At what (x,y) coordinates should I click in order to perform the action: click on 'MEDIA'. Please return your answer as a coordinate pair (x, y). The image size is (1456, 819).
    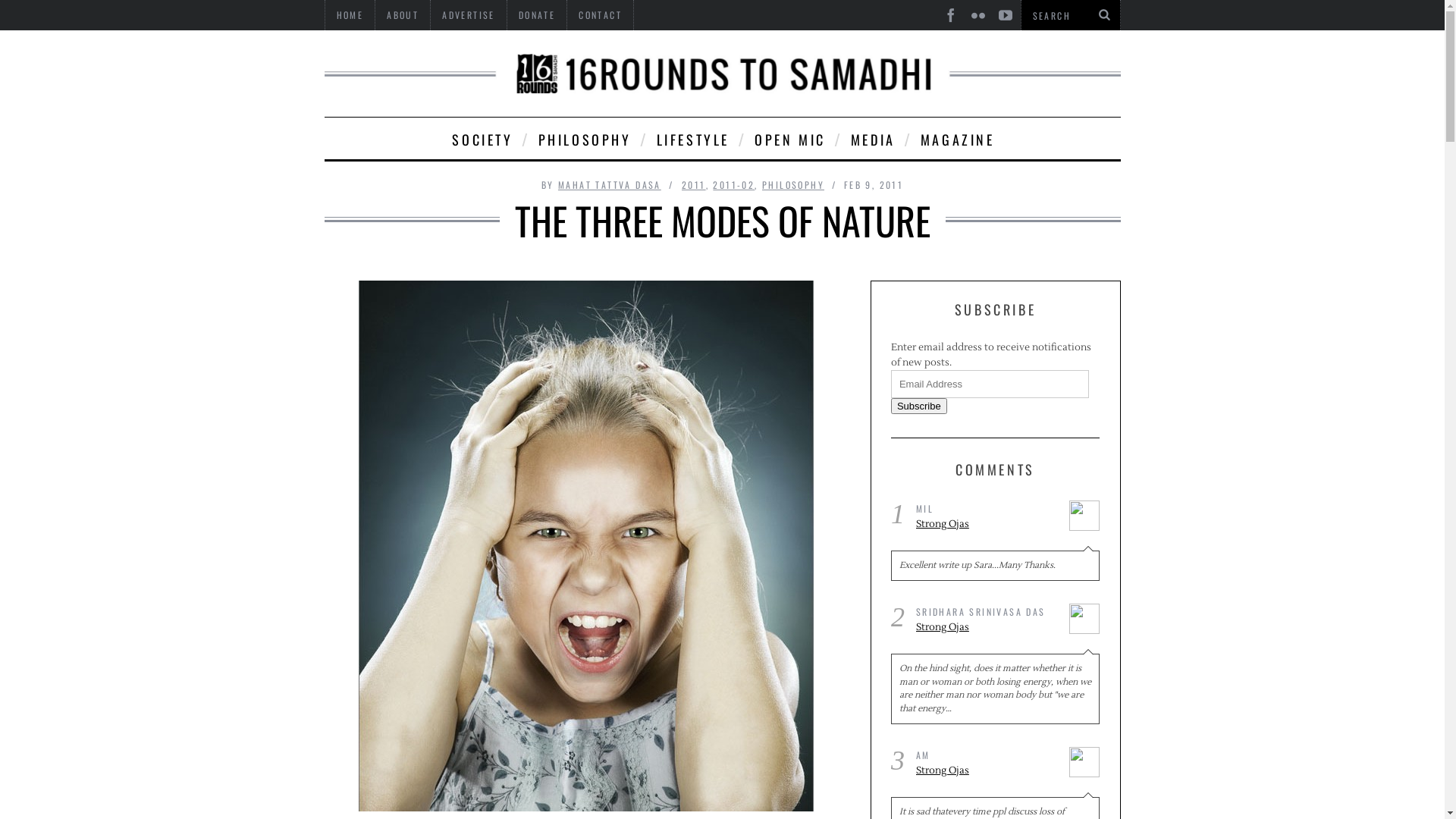
    Looking at the image, I should click on (872, 138).